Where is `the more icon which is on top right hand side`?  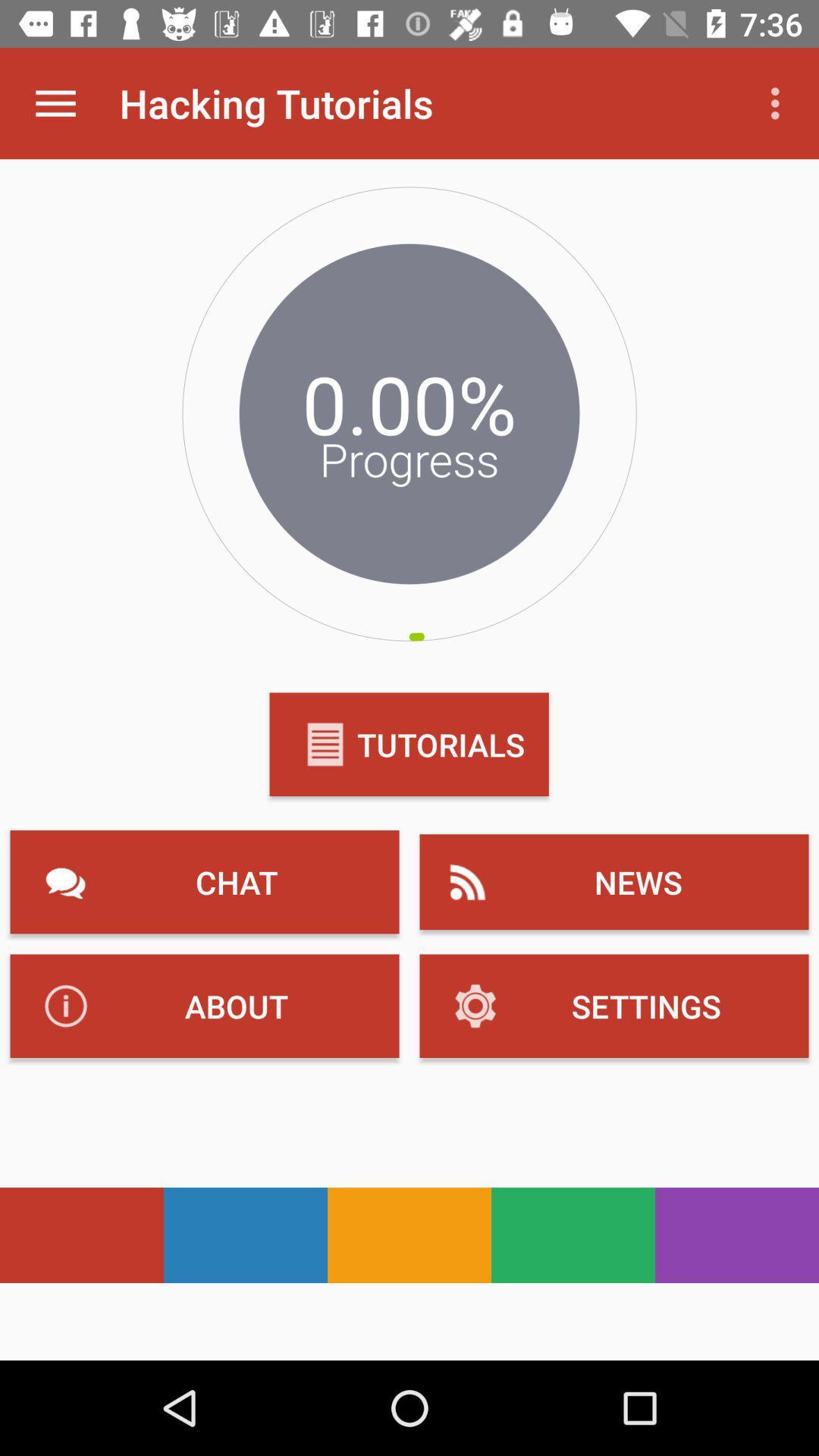
the more icon which is on top right hand side is located at coordinates (779, 103).